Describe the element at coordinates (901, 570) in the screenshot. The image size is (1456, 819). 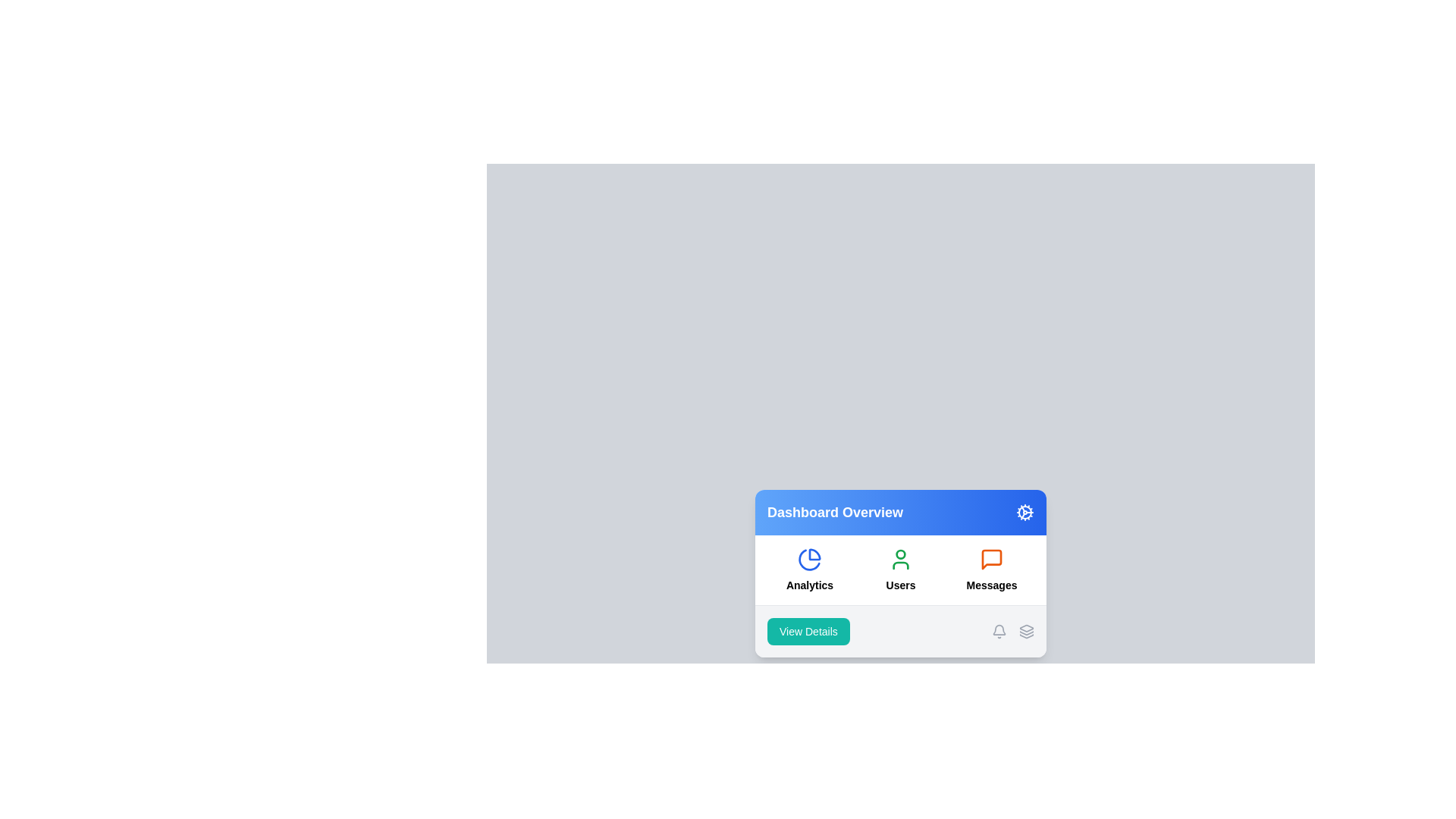
I see `labels of the central column in the Grid layout containing icons and text, which features the 'Users' icon and label beneath it` at that location.